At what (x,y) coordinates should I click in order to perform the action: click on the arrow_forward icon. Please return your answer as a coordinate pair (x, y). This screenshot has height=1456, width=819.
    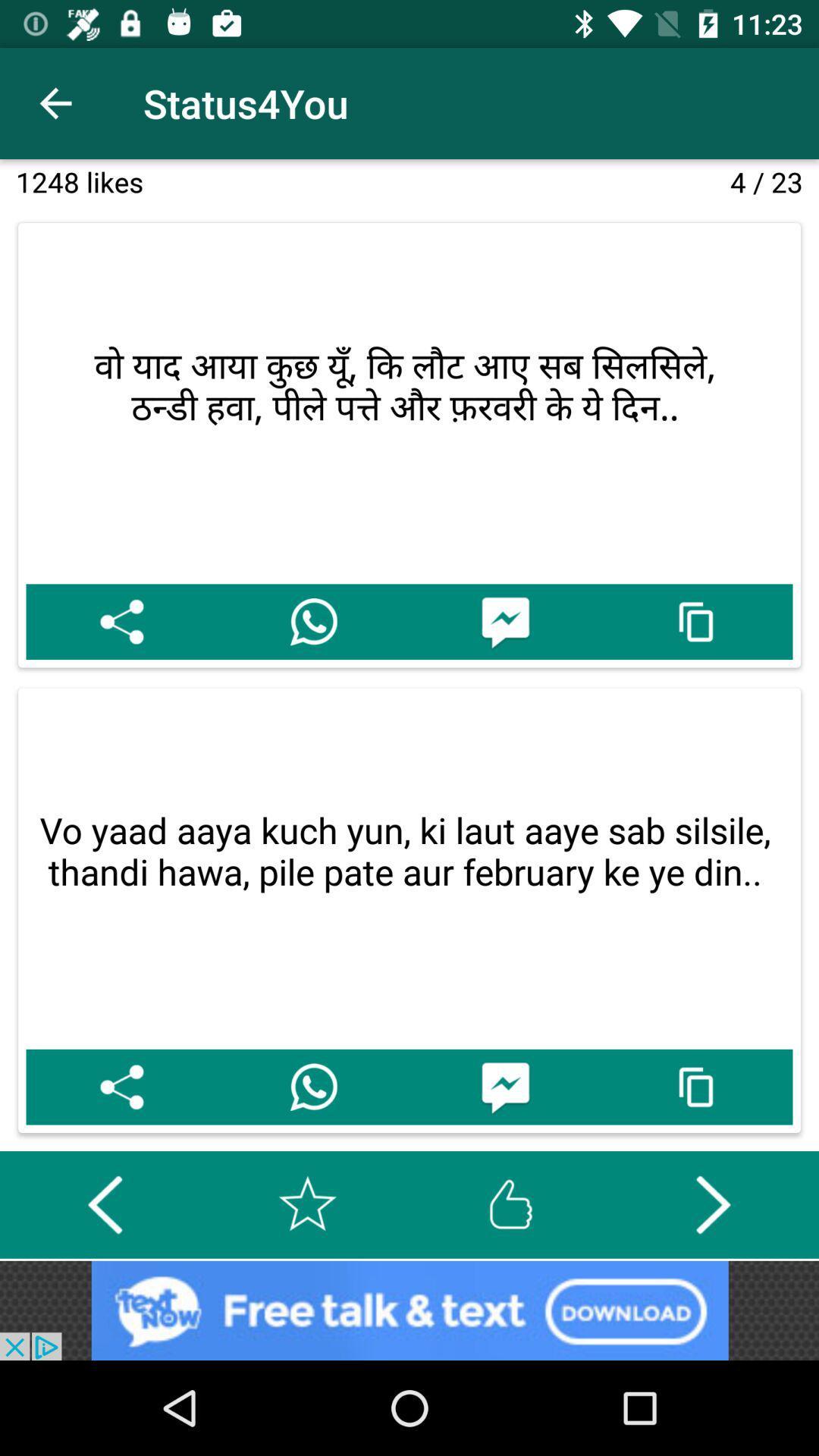
    Looking at the image, I should click on (713, 1203).